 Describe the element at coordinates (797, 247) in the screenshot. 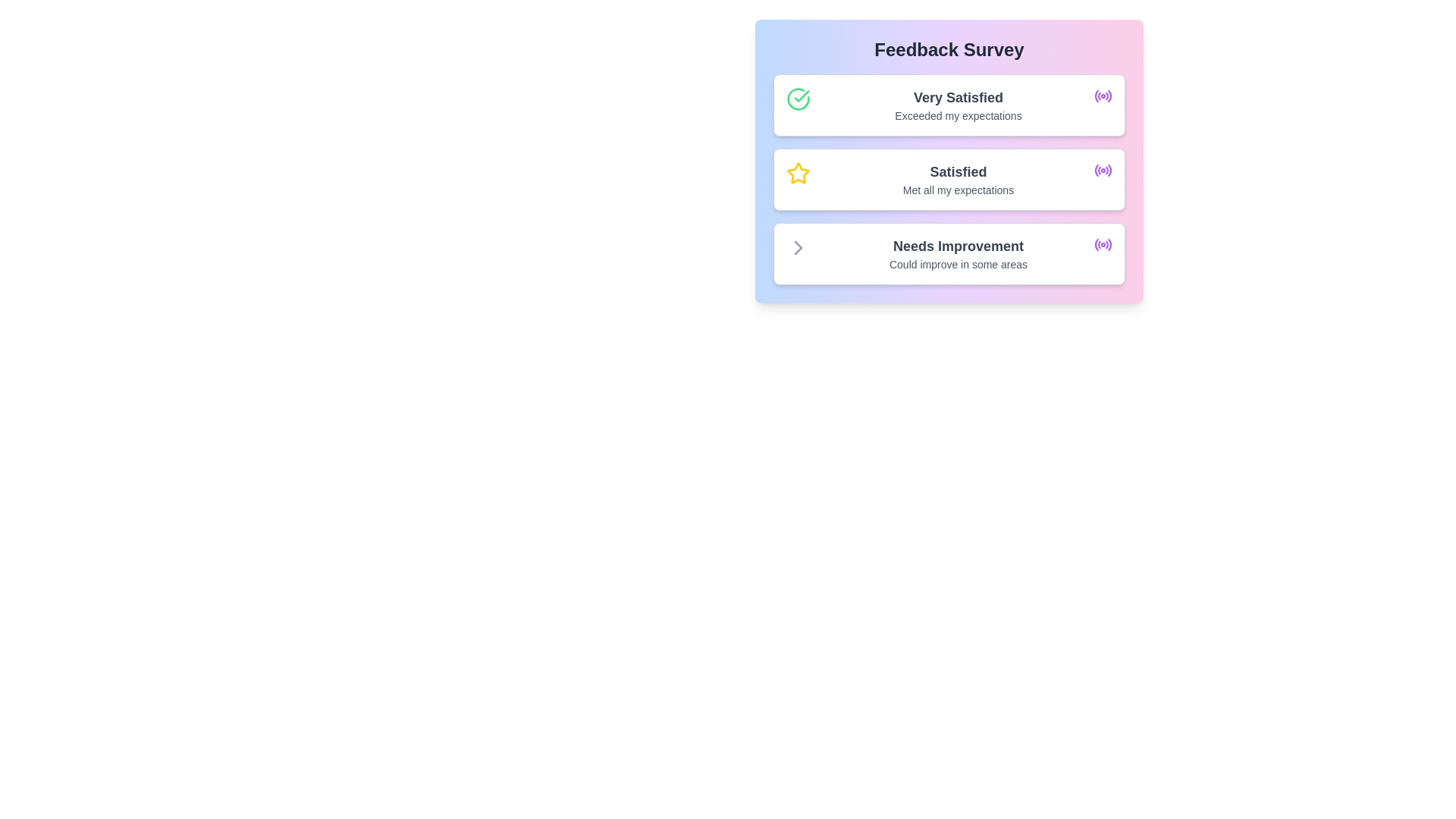

I see `the small right-facing gray chevron icon located in the lower left corner of the 'Needs Improvement' card in the feedback survey interface` at that location.